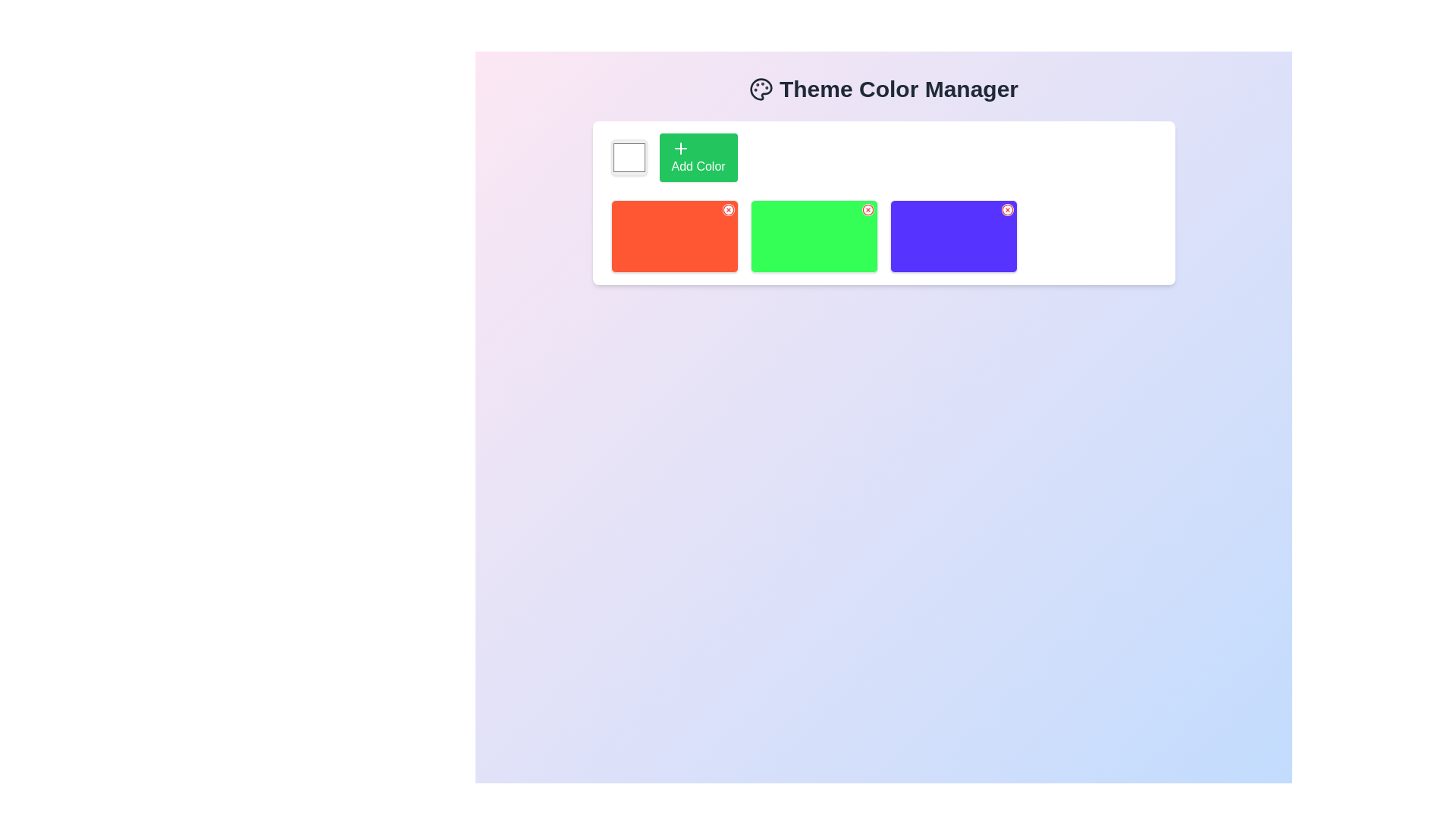 The width and height of the screenshot is (1456, 819). I want to click on the small rounded button with a white background and red border that contains a faint red 'X' icon, so click(1007, 210).